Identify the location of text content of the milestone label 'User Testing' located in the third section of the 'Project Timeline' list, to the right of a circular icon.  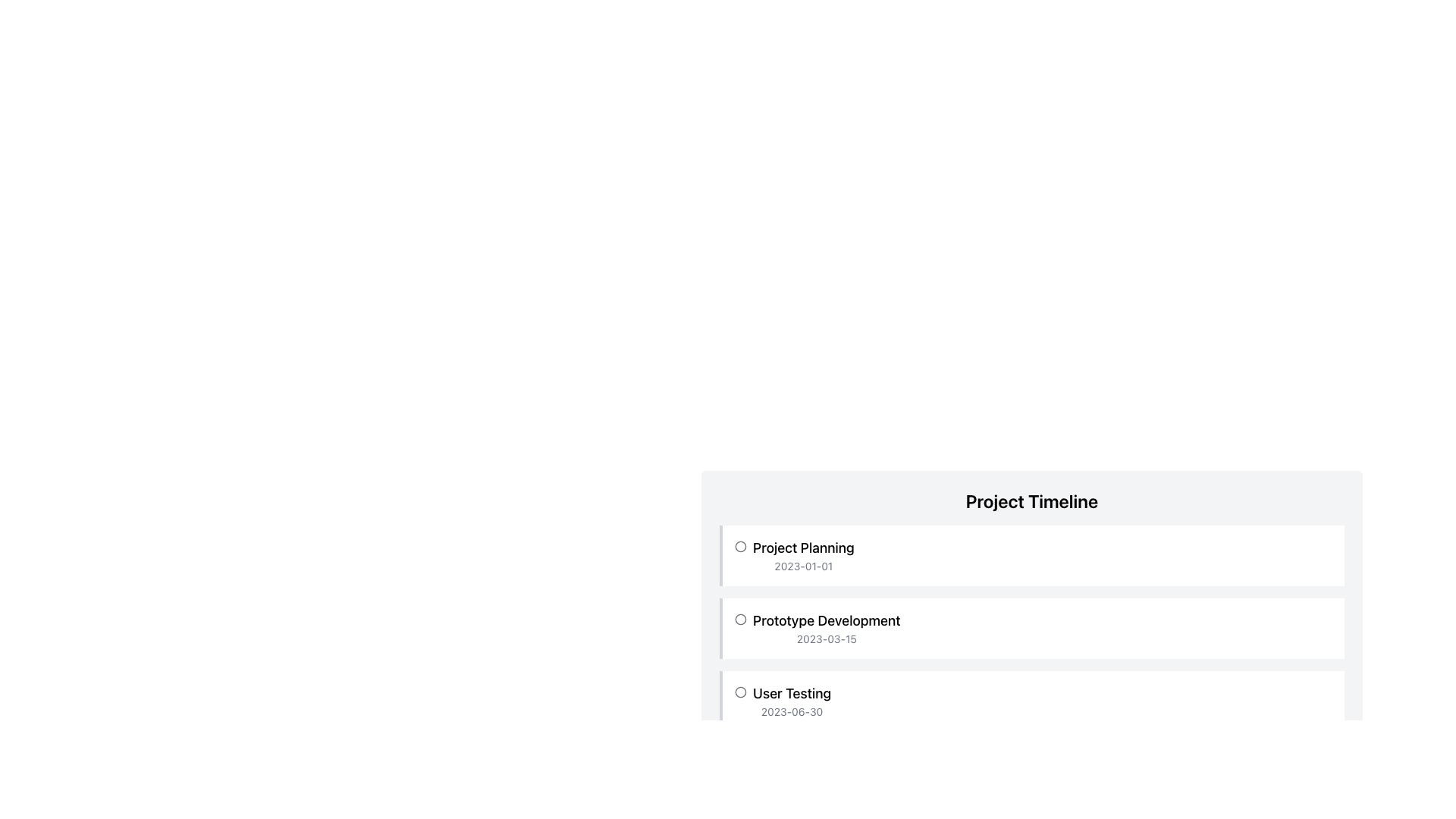
(791, 701).